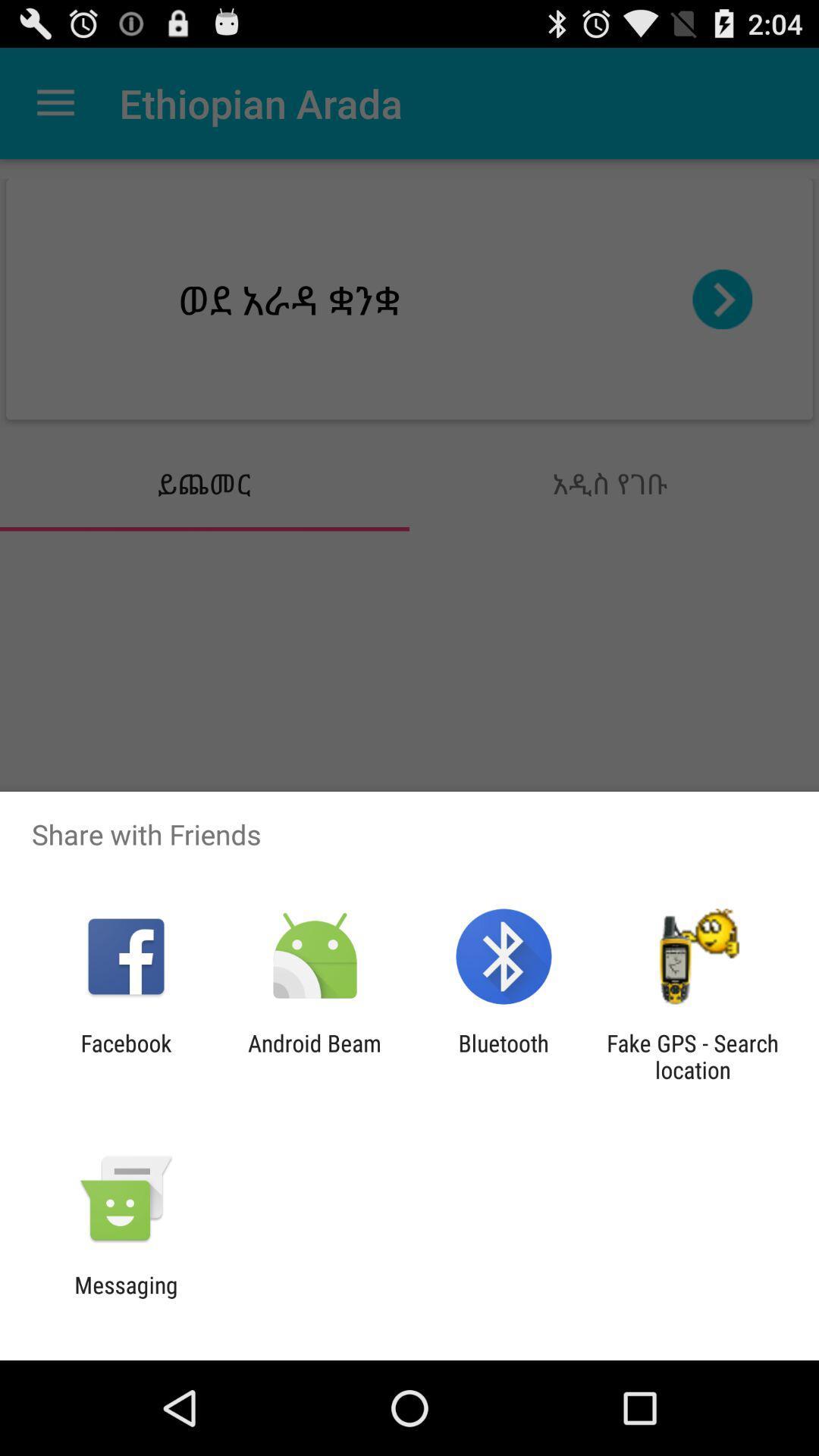  Describe the element at coordinates (504, 1056) in the screenshot. I see `bluetooth app` at that location.